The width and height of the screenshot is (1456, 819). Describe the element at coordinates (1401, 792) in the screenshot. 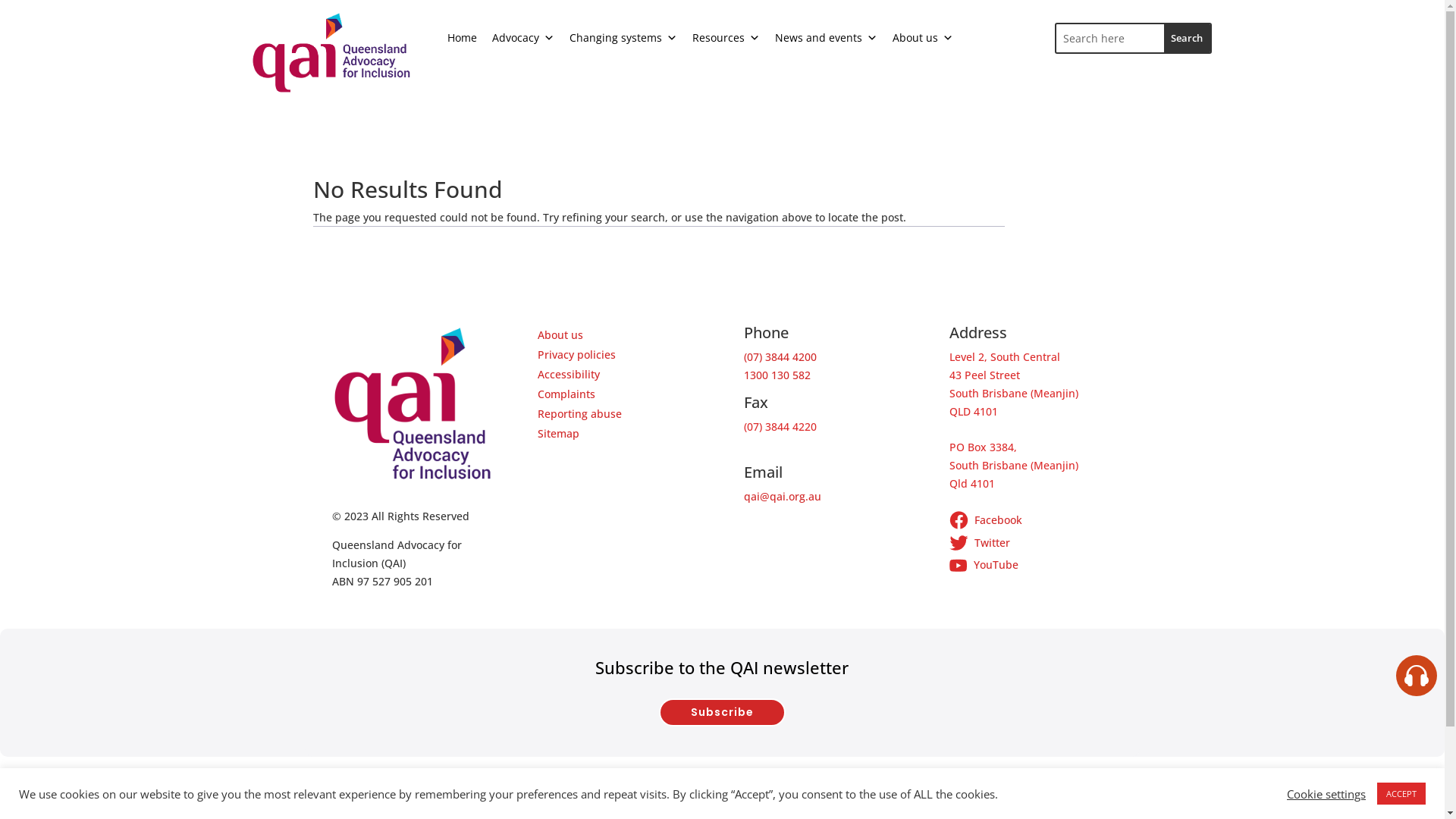

I see `'ACCEPT'` at that location.